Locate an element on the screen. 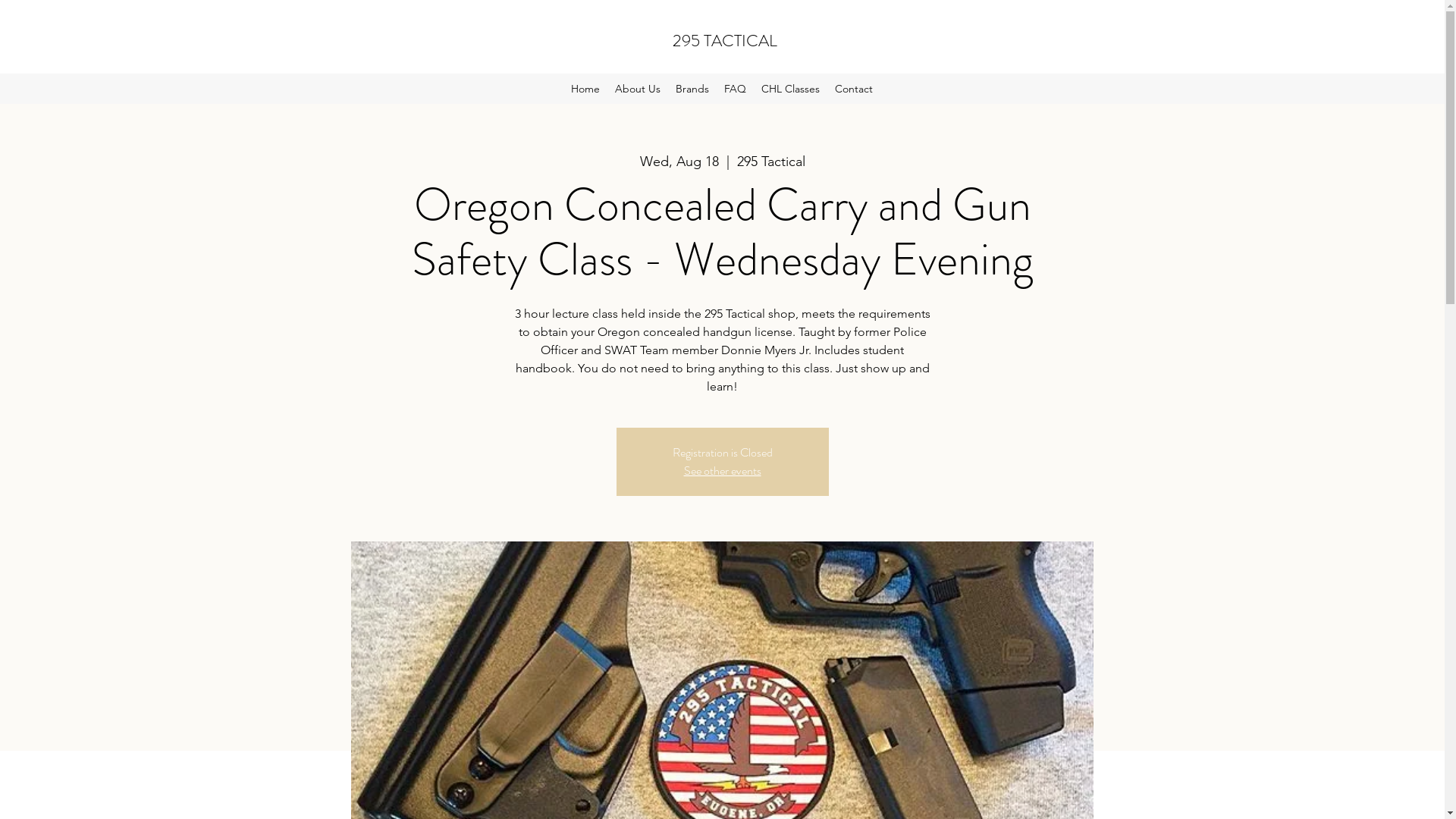  'About Us' is located at coordinates (607, 88).